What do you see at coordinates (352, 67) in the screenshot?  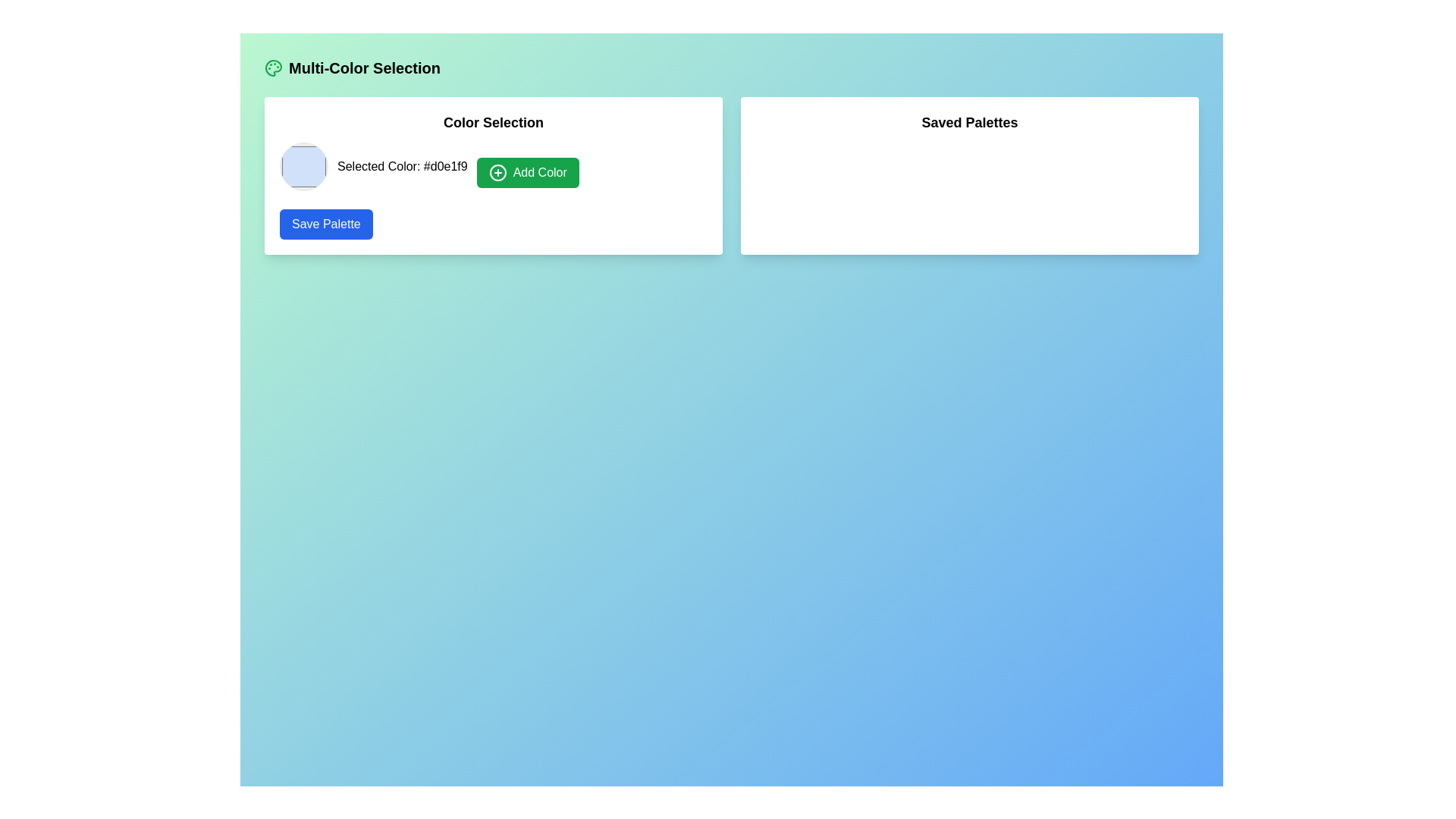 I see `the 'Multi-Color Selection' label with the green palette icon for accessibility` at bounding box center [352, 67].